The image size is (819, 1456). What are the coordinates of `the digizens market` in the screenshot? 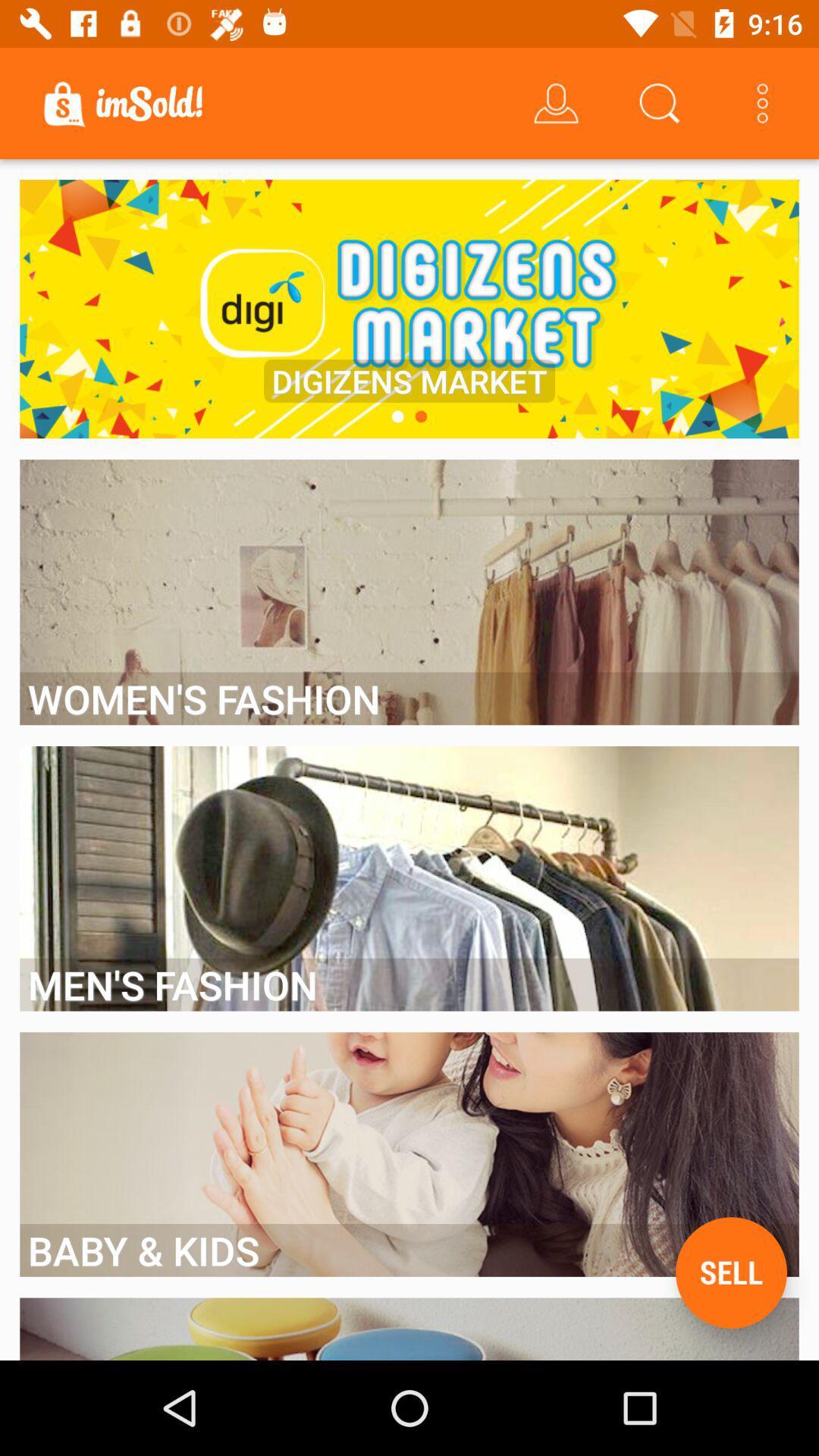 It's located at (409, 381).